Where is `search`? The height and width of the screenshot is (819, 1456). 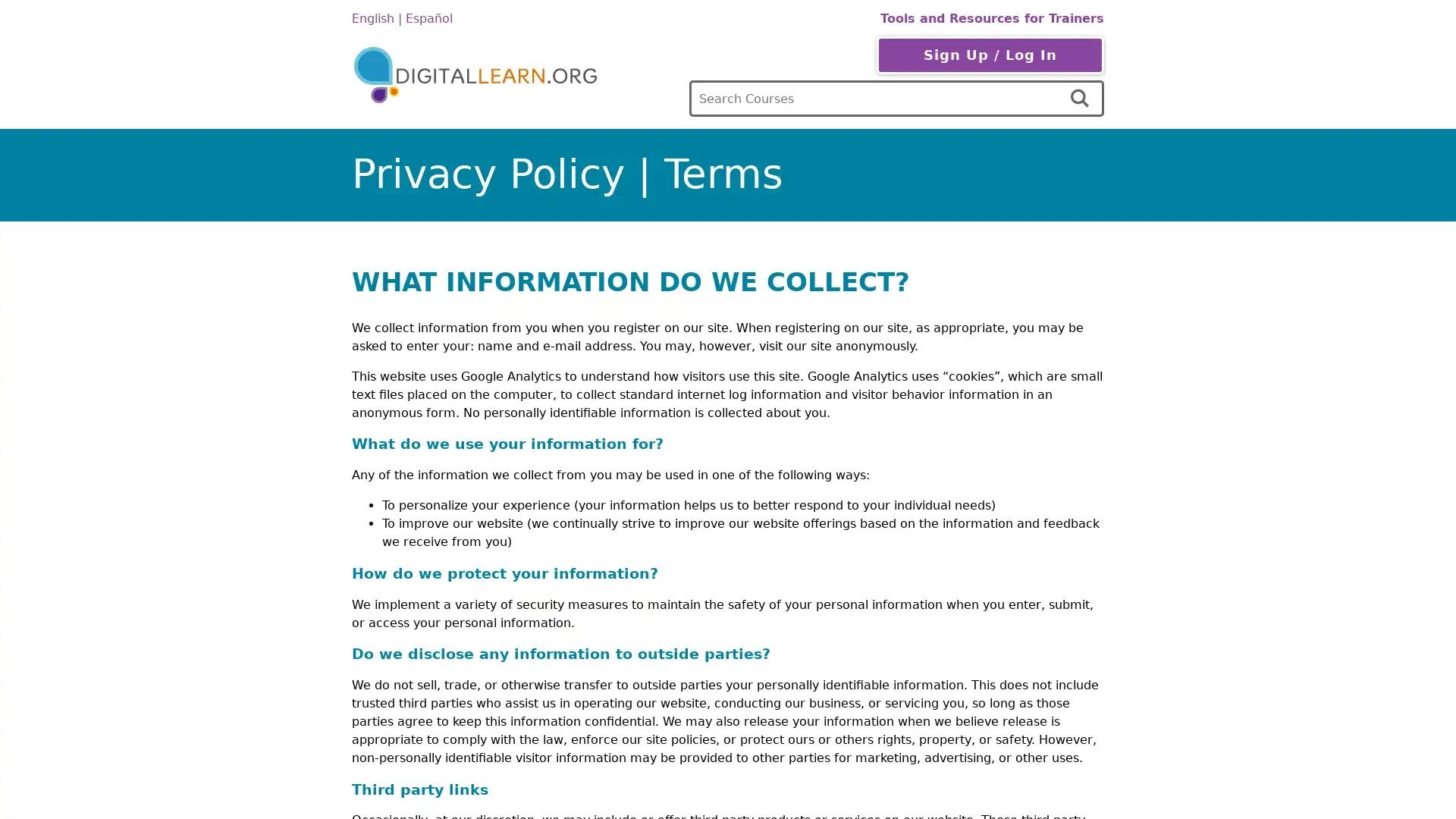
search is located at coordinates (1081, 99).